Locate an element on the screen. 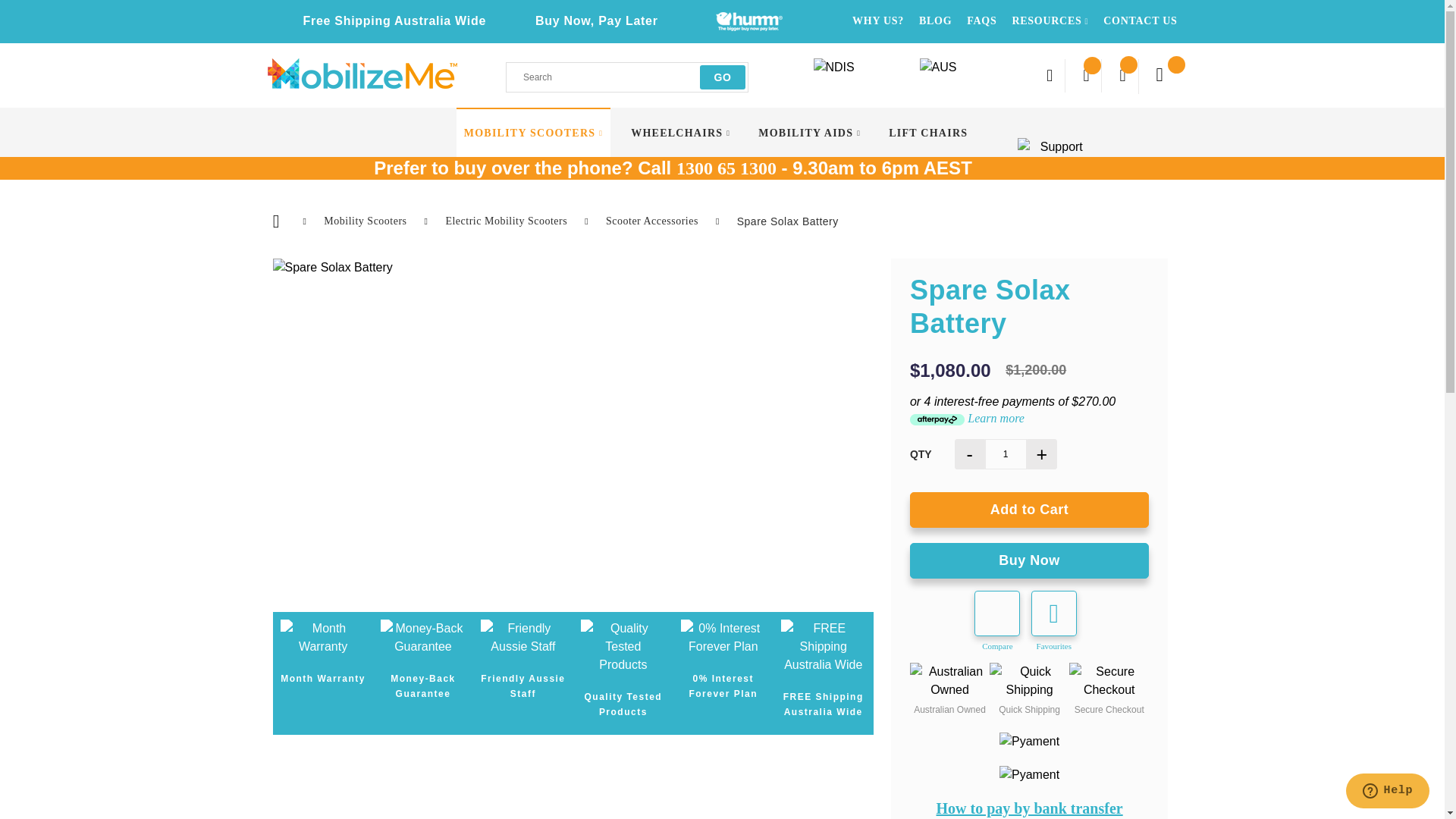 This screenshot has width=1456, height=819. 'NDIS' is located at coordinates (811, 73).